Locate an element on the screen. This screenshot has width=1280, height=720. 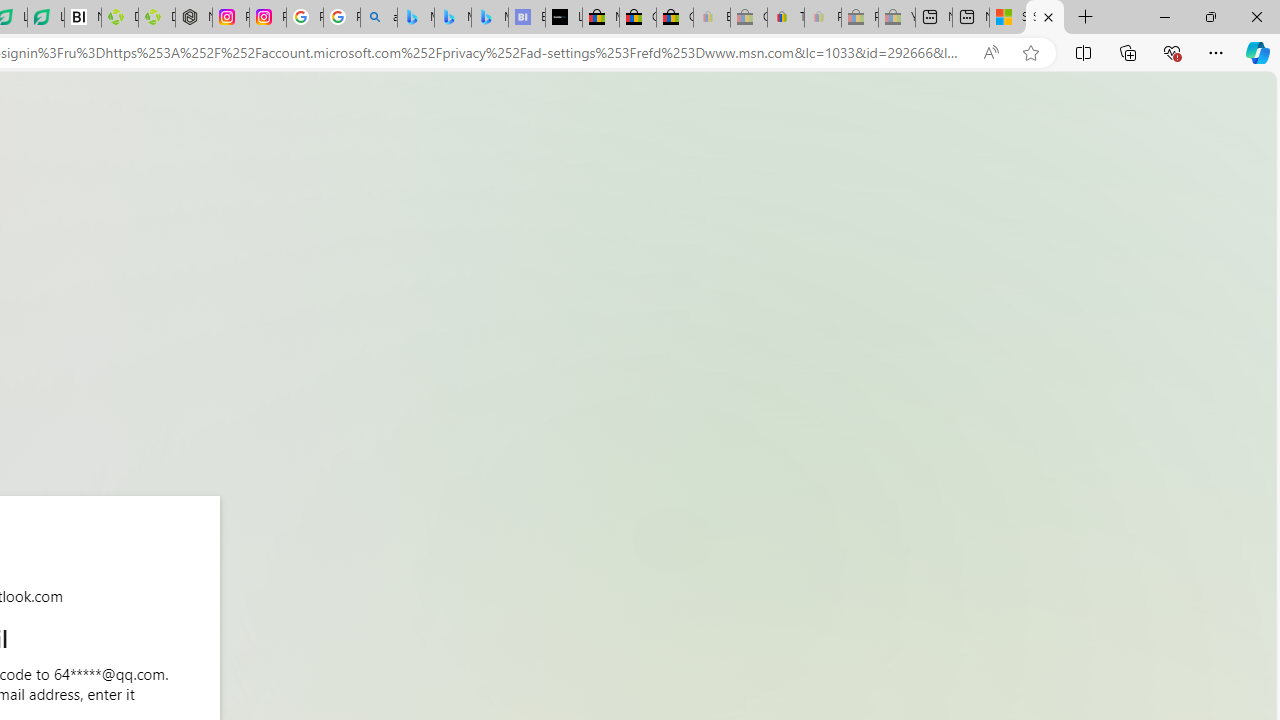
'Yard, Garden & Outdoor Living - Sleeping' is located at coordinates (896, 17).